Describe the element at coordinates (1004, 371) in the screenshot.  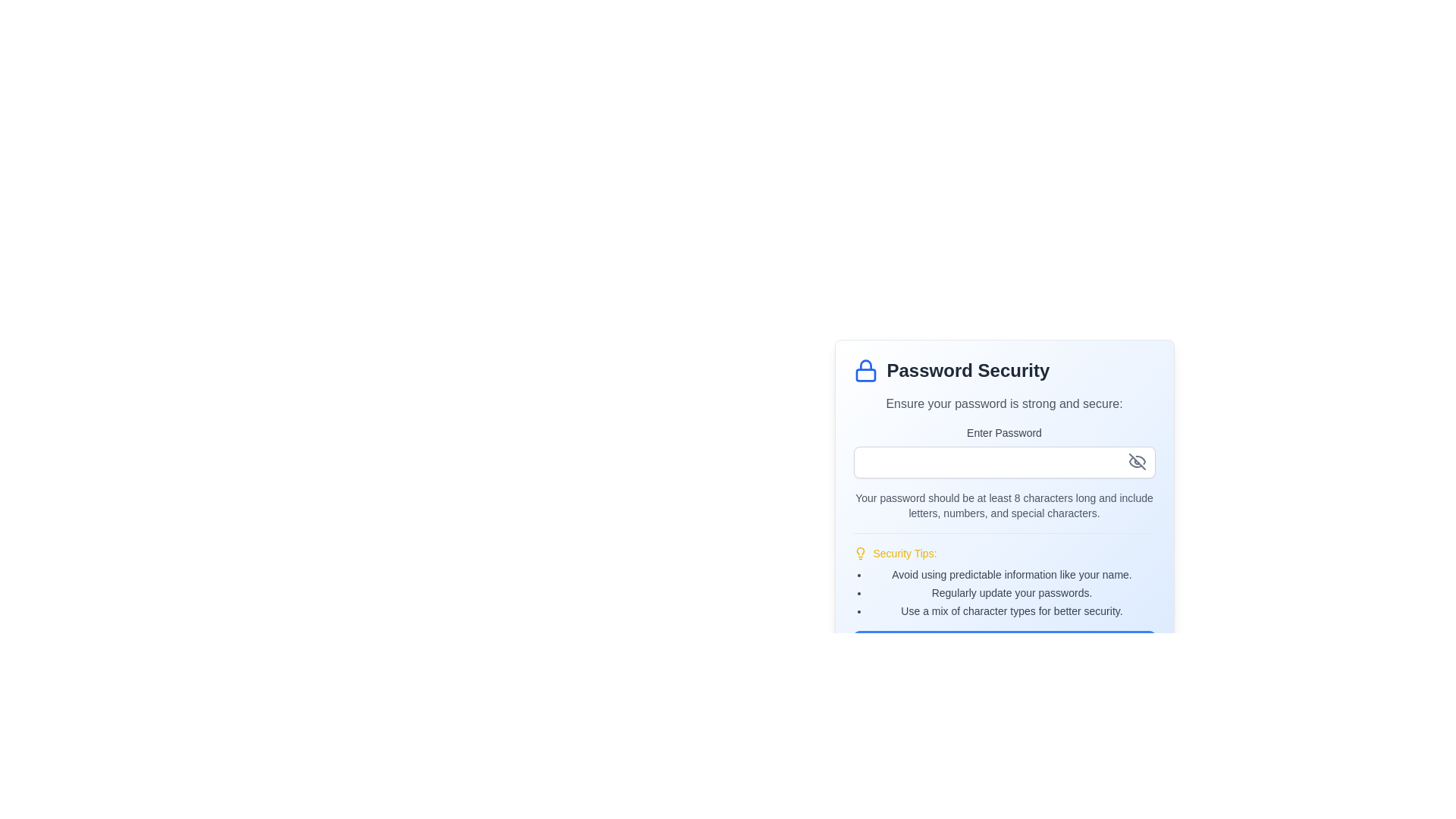
I see `the non-interactive heading element that serves as a title for the password security section, located at the top of the card-like structure` at that location.